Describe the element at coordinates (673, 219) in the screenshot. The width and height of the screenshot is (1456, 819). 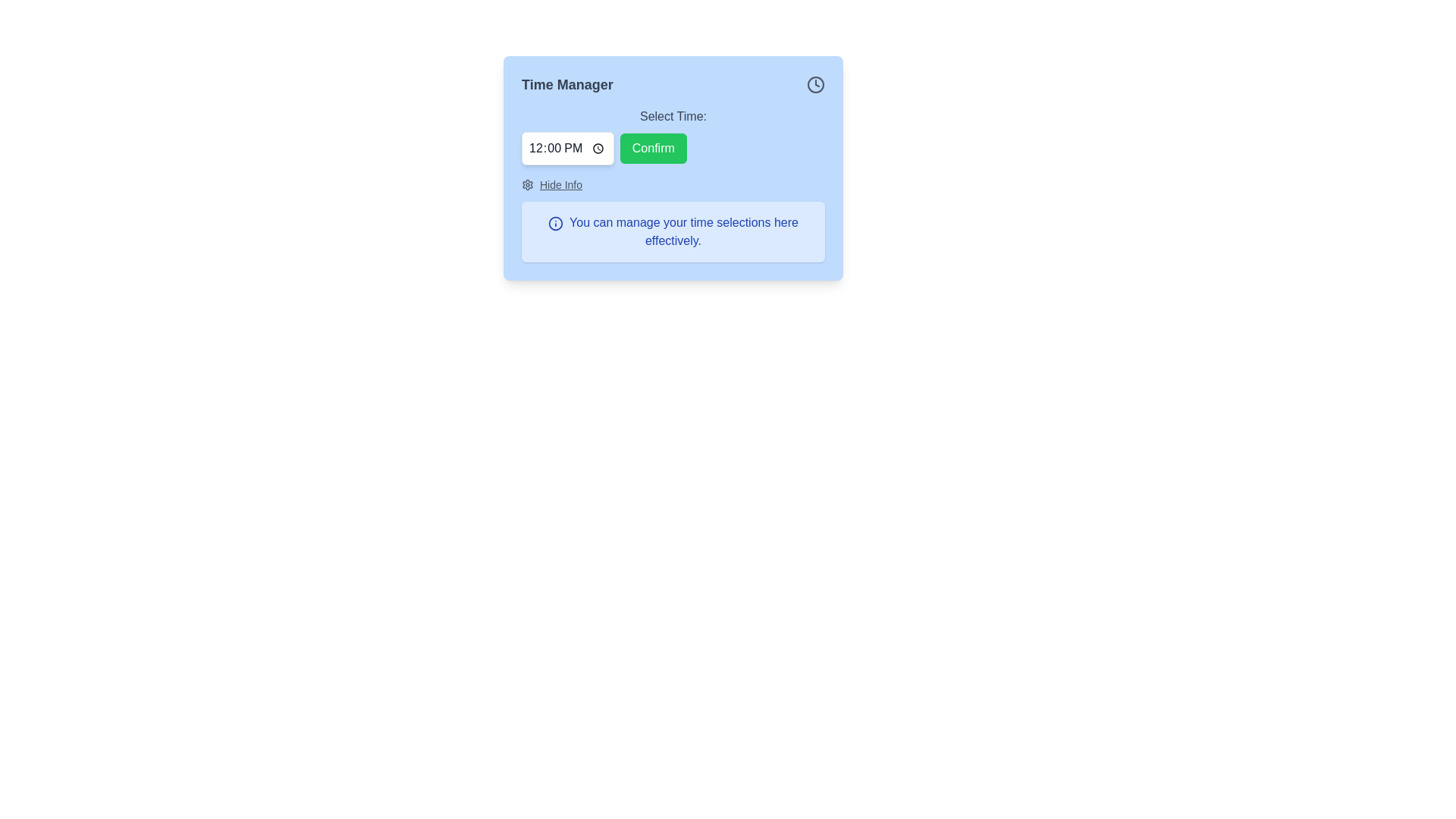
I see `the informational text box located below the 'Hide Info' section within the 'Time Manager' card, which provides guidance on managing time selections` at that location.